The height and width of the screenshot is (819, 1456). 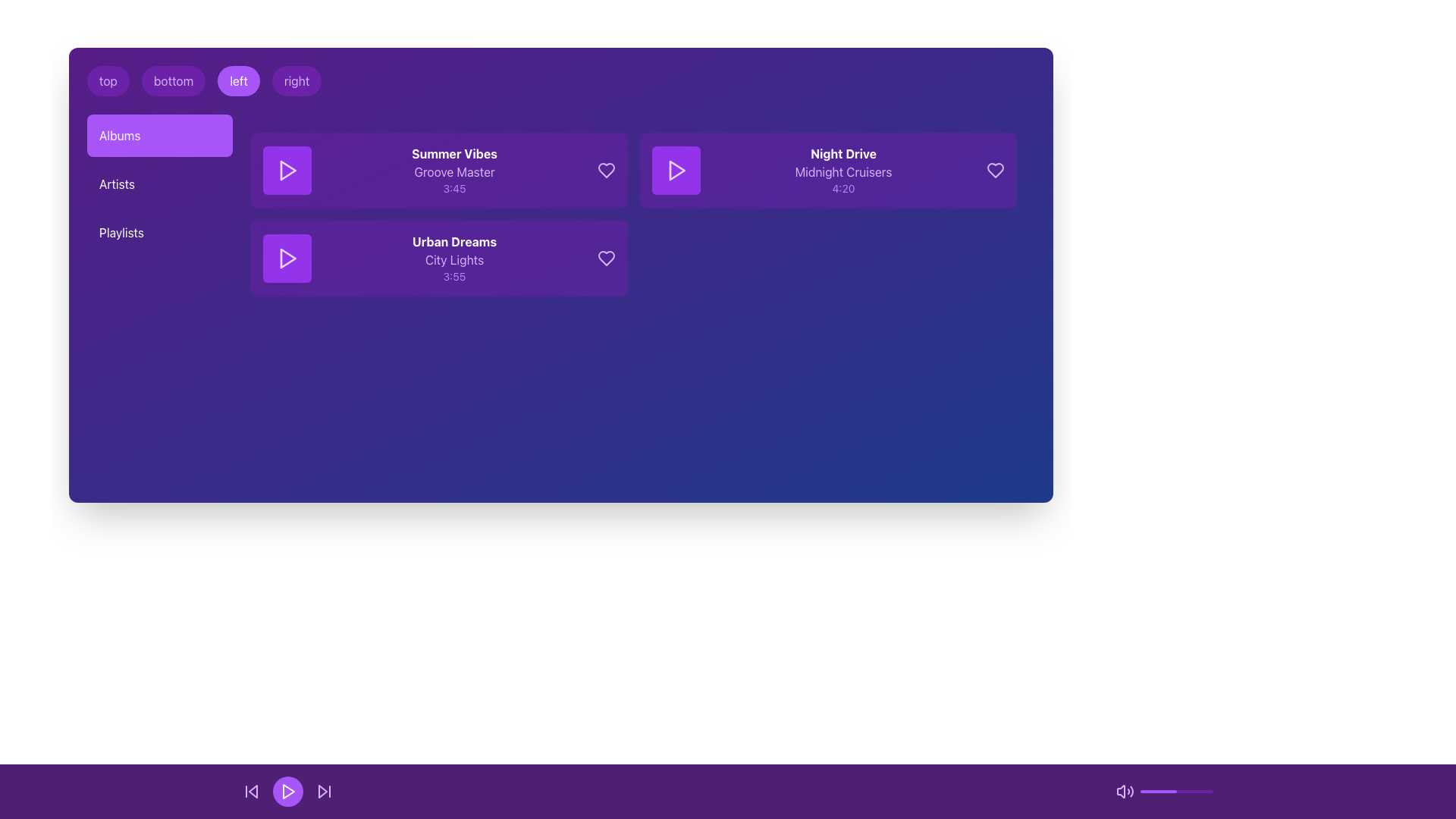 I want to click on the volume adjustment icon located at the center of the bottom bar of the media player interface, so click(x=1125, y=791).